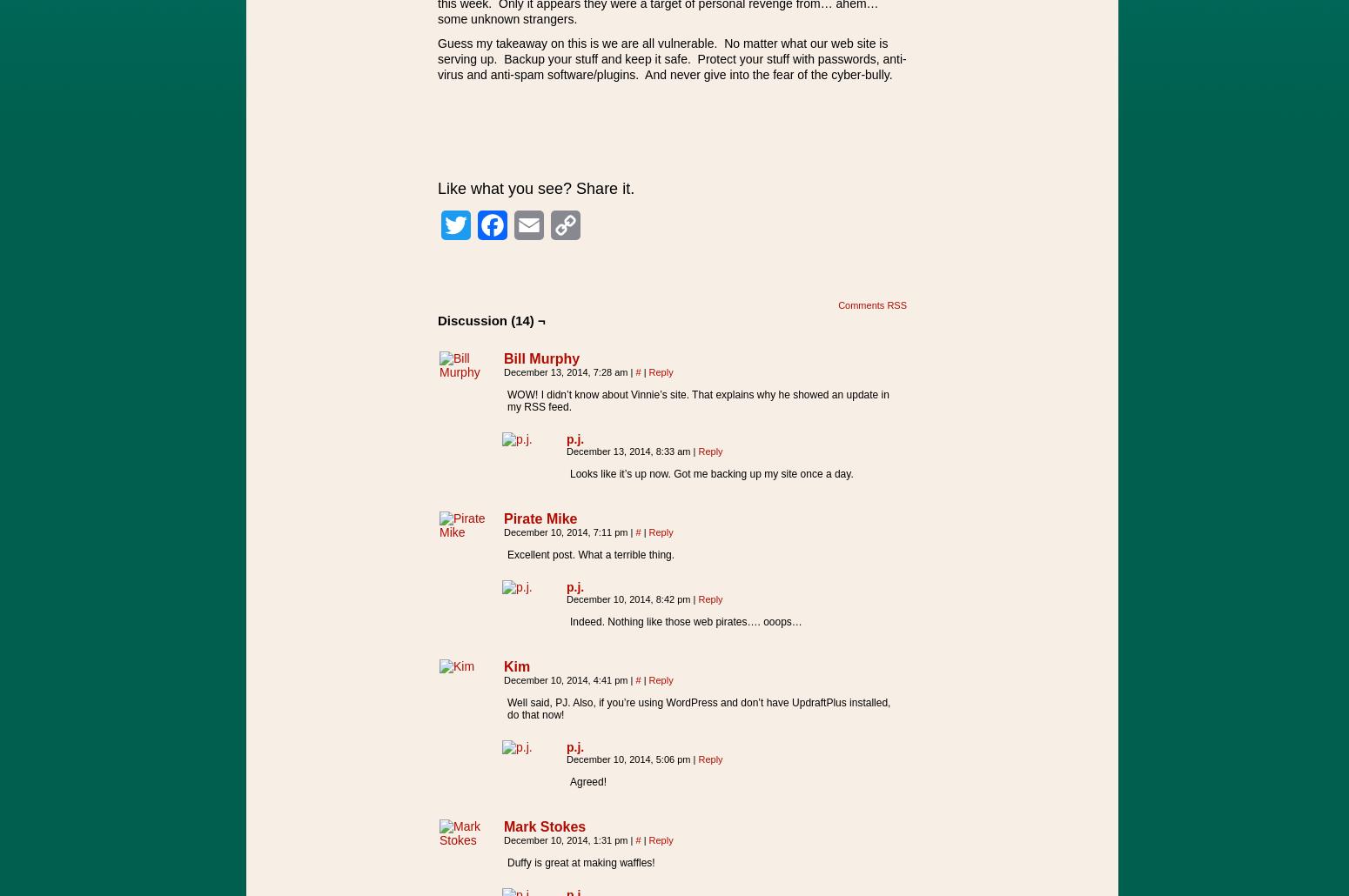 The height and width of the screenshot is (896, 1349). Describe the element at coordinates (503, 532) in the screenshot. I see `'December 10, 2014, 7:11 pm'` at that location.